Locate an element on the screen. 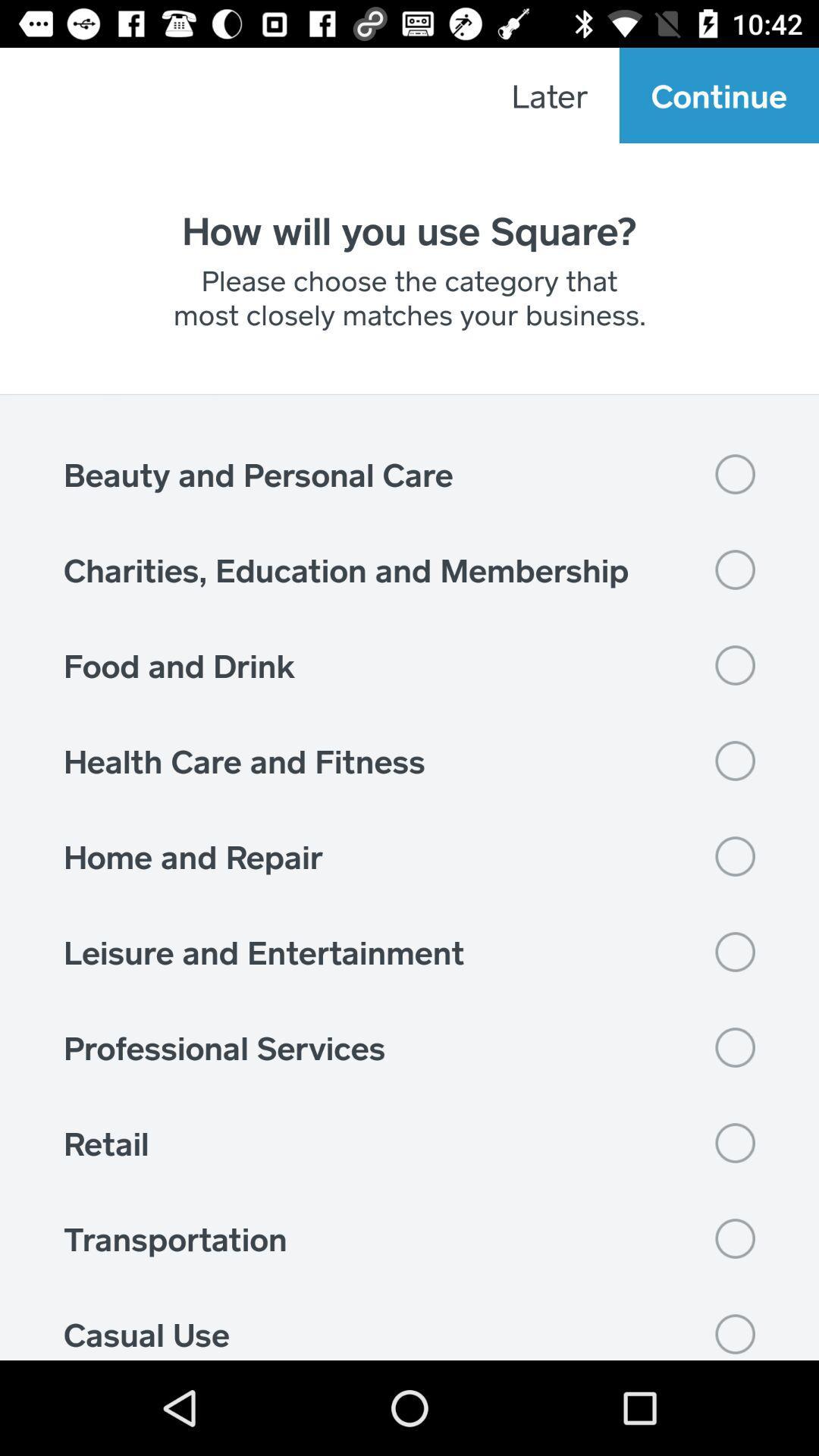  retail item is located at coordinates (409, 1143).